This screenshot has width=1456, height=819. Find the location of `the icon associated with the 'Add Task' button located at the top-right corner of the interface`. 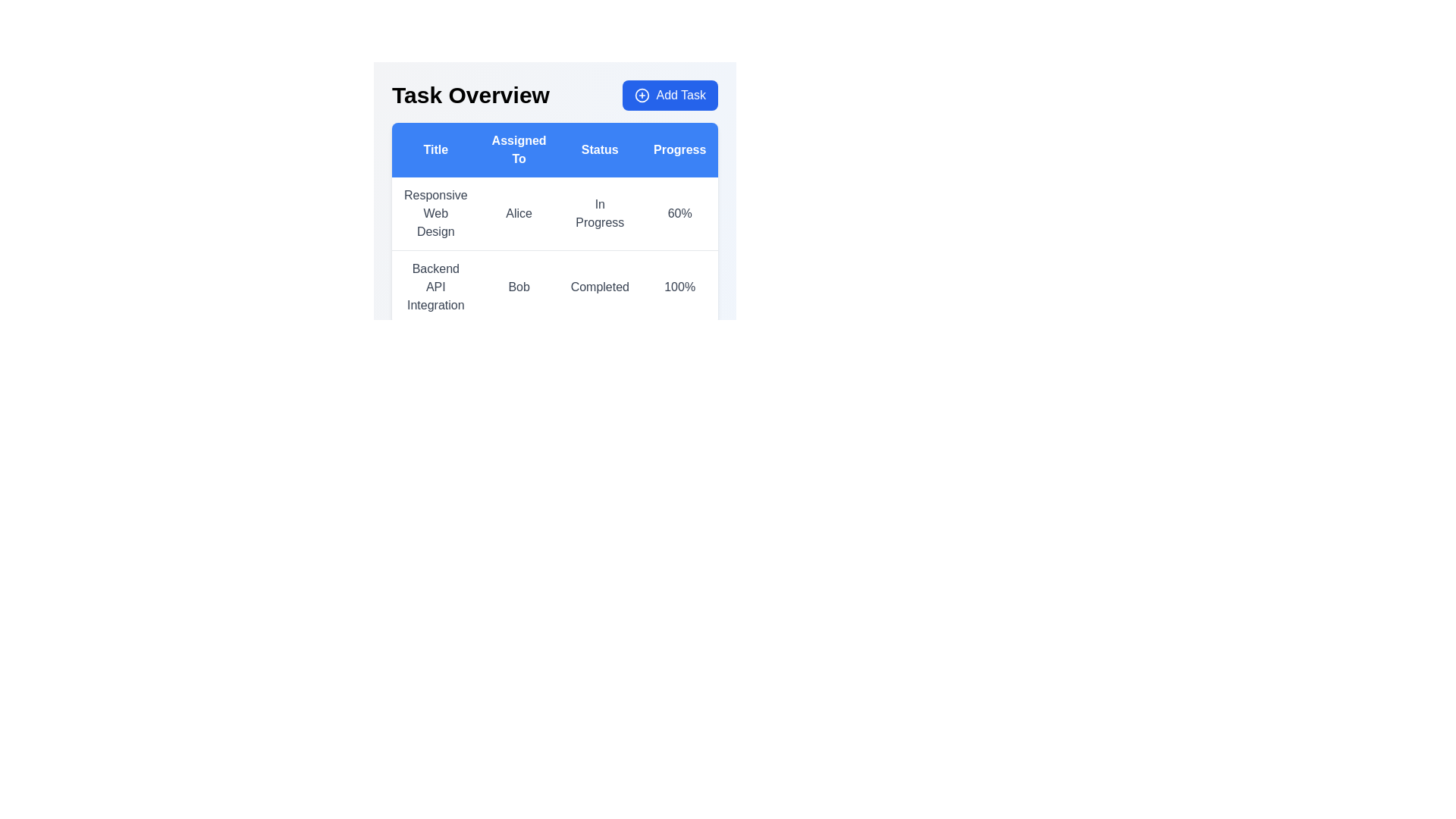

the icon associated with the 'Add Task' button located at the top-right corner of the interface is located at coordinates (642, 96).